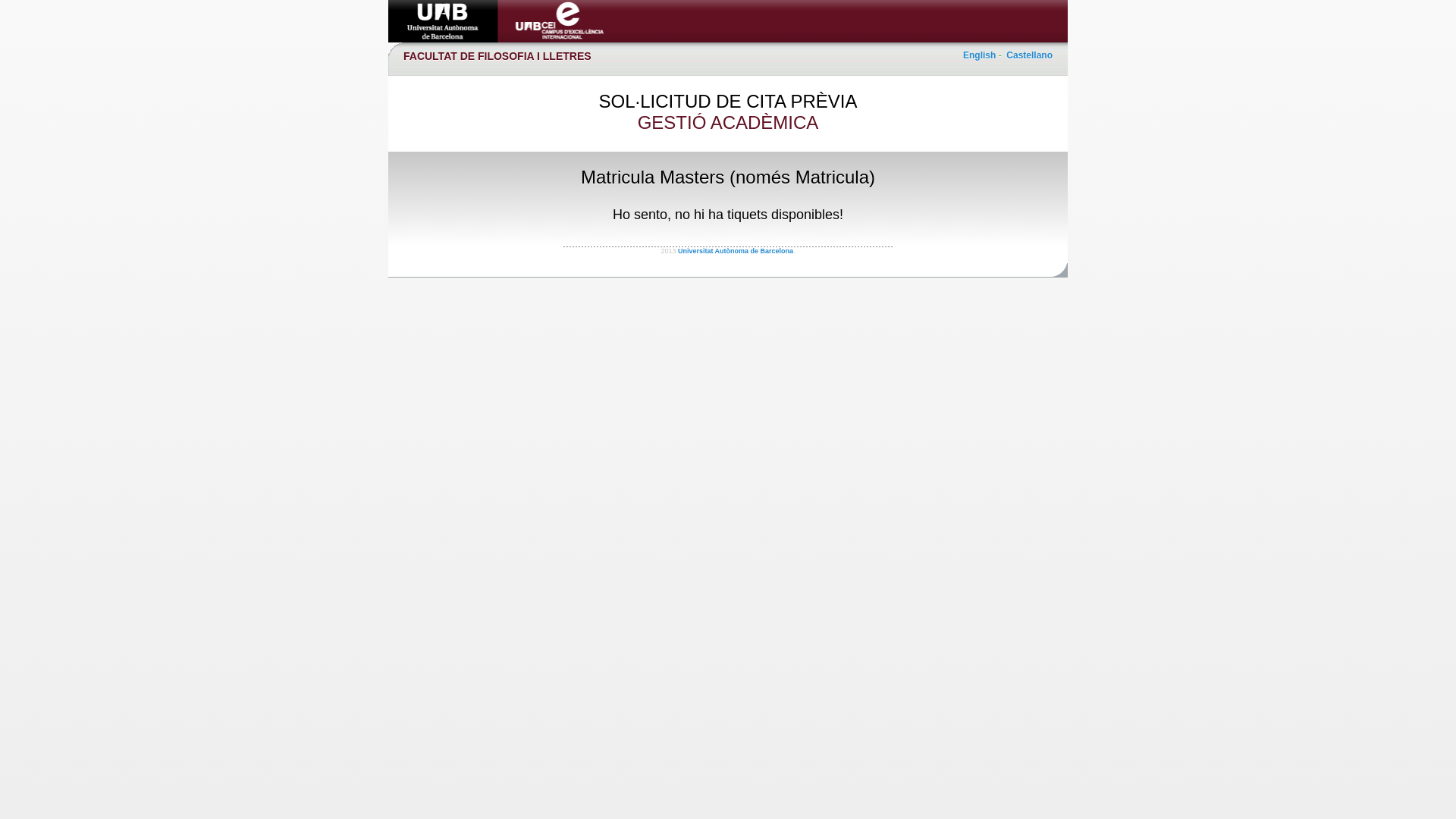 Image resolution: width=1456 pixels, height=819 pixels. Describe the element at coordinates (962, 55) in the screenshot. I see `'English'` at that location.